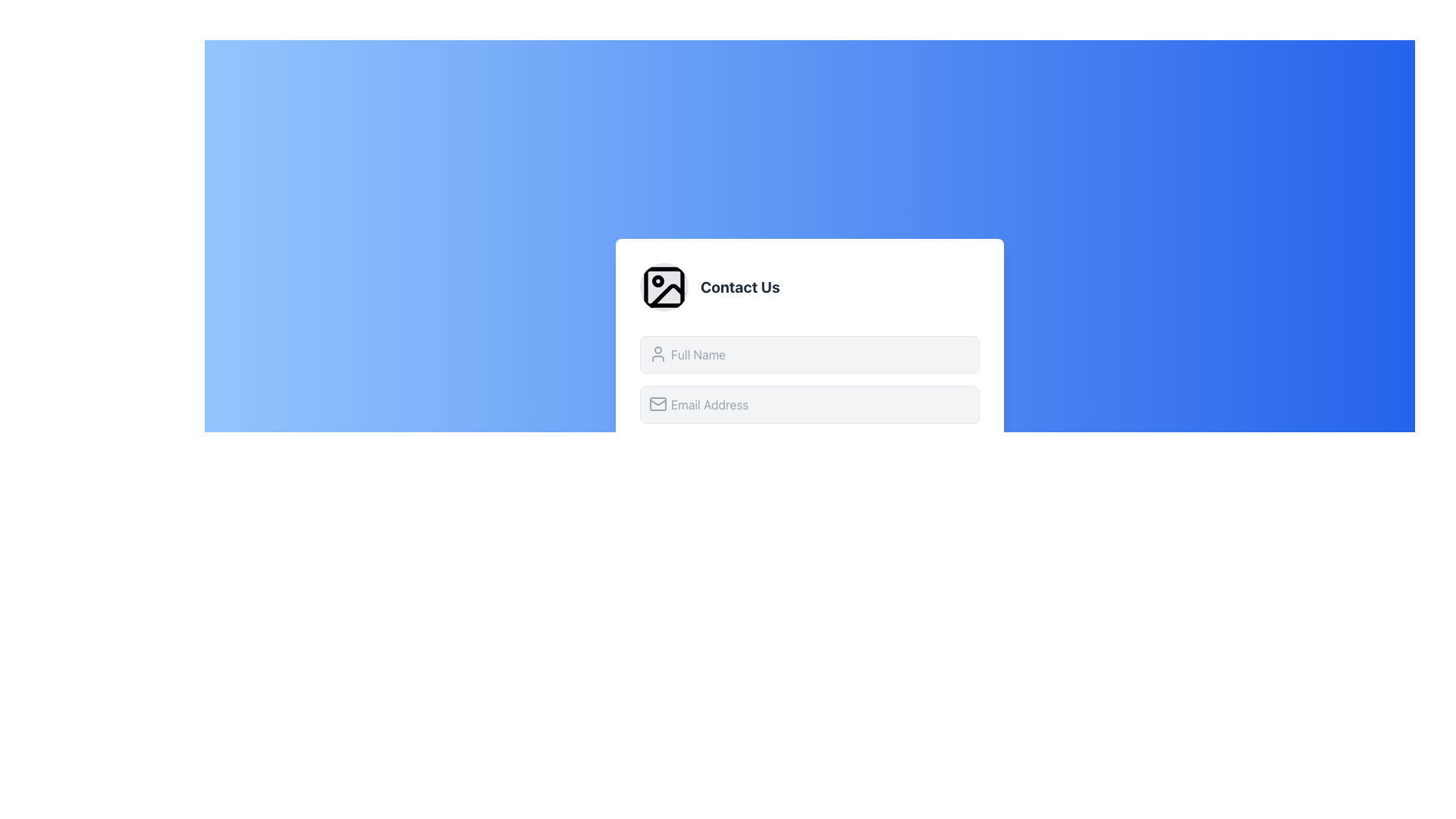  Describe the element at coordinates (740, 287) in the screenshot. I see `bold text label 'Contact Us' that is positioned to the right of a circular image icon` at that location.